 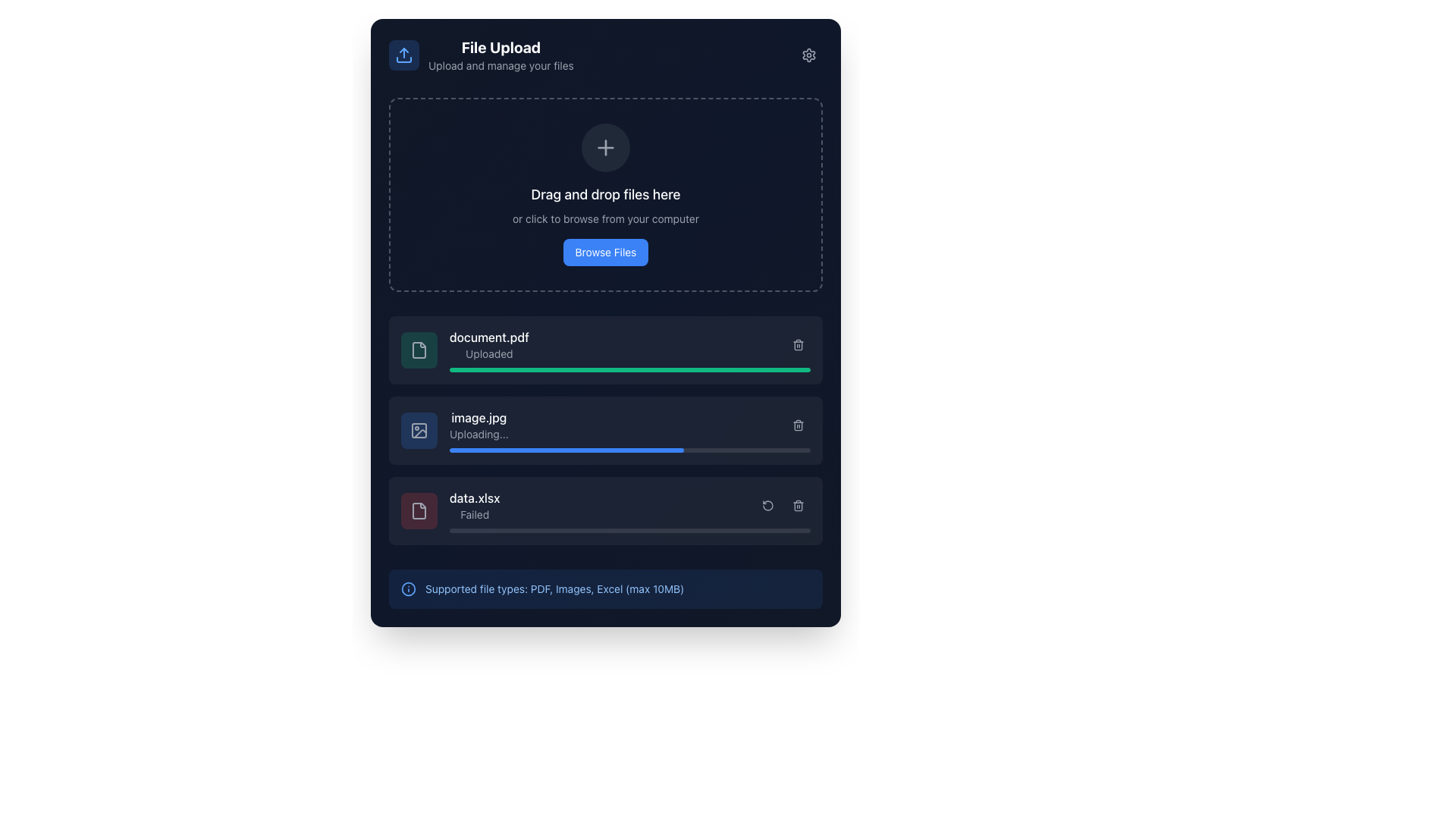 I want to click on the progress bar that visually represents the upload progress of 'document.pdf', located directly below the filename and above the next listed item in the file upload interface, so click(x=629, y=370).